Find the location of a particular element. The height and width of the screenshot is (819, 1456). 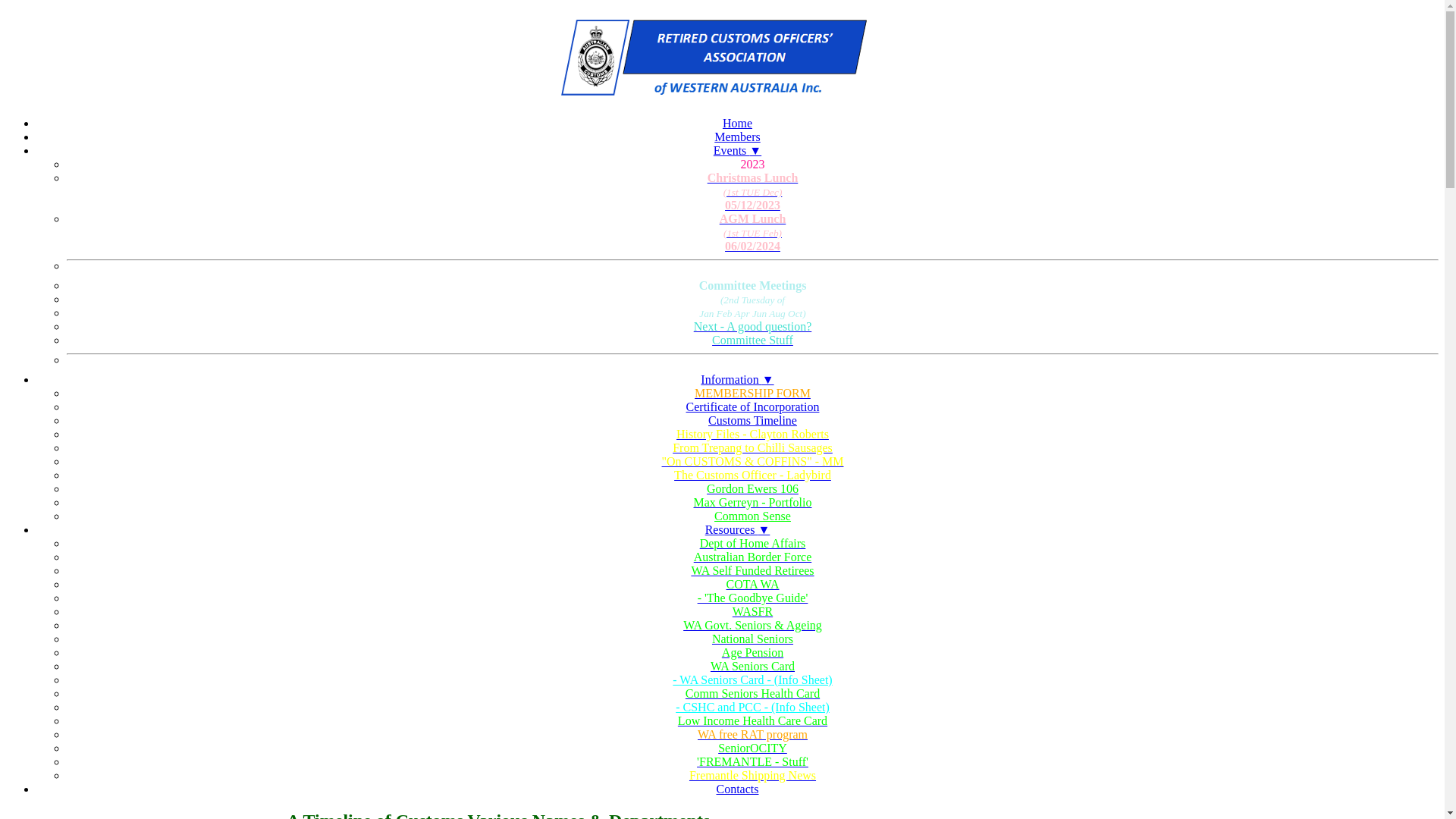

'Next - A good question?' is located at coordinates (752, 326).